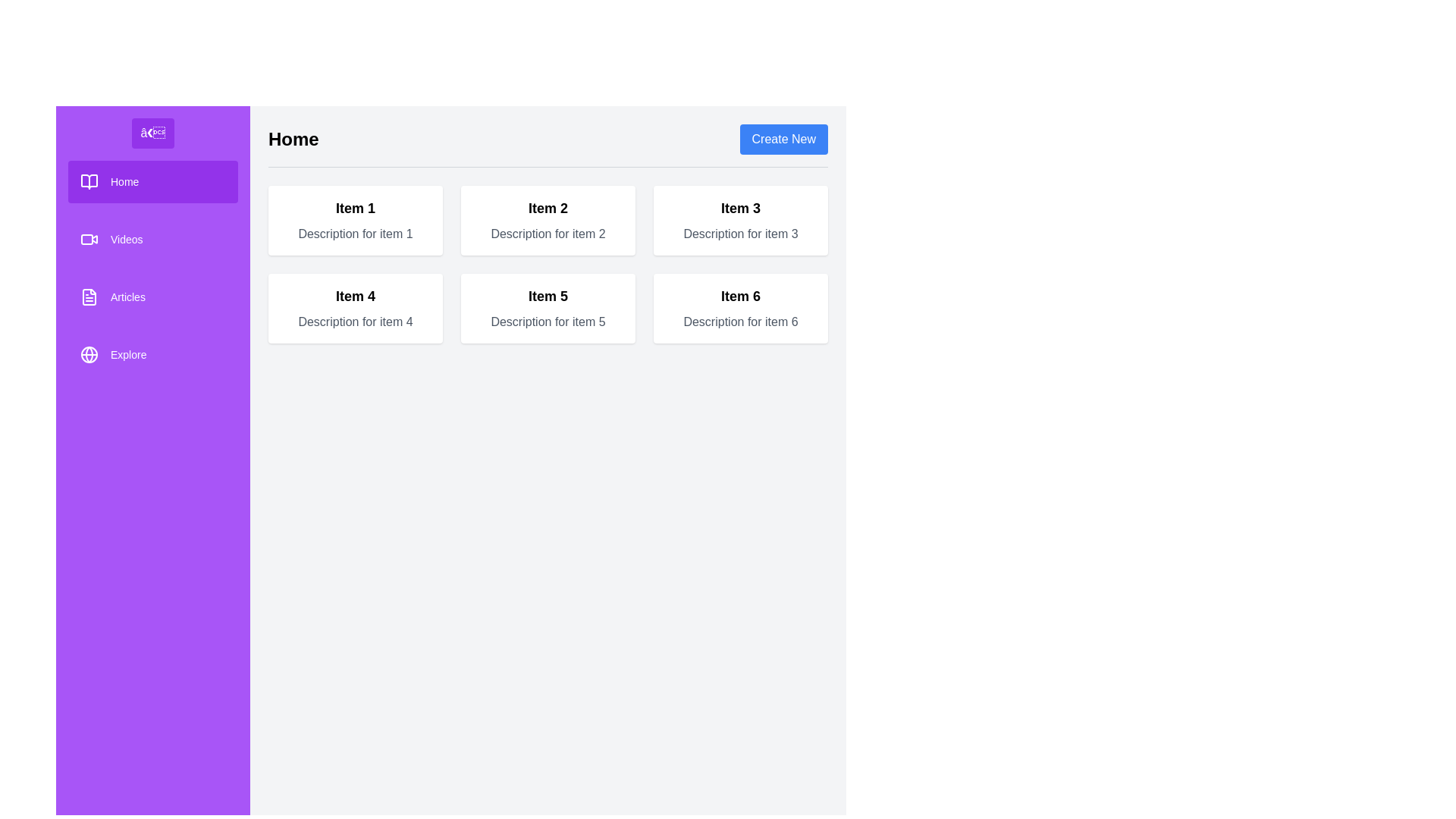 The image size is (1456, 819). I want to click on text from the header label indicating the user is on the 'Home' section, which is located near the top-left of the interface, to the left of the 'Create New' button, so click(293, 140).